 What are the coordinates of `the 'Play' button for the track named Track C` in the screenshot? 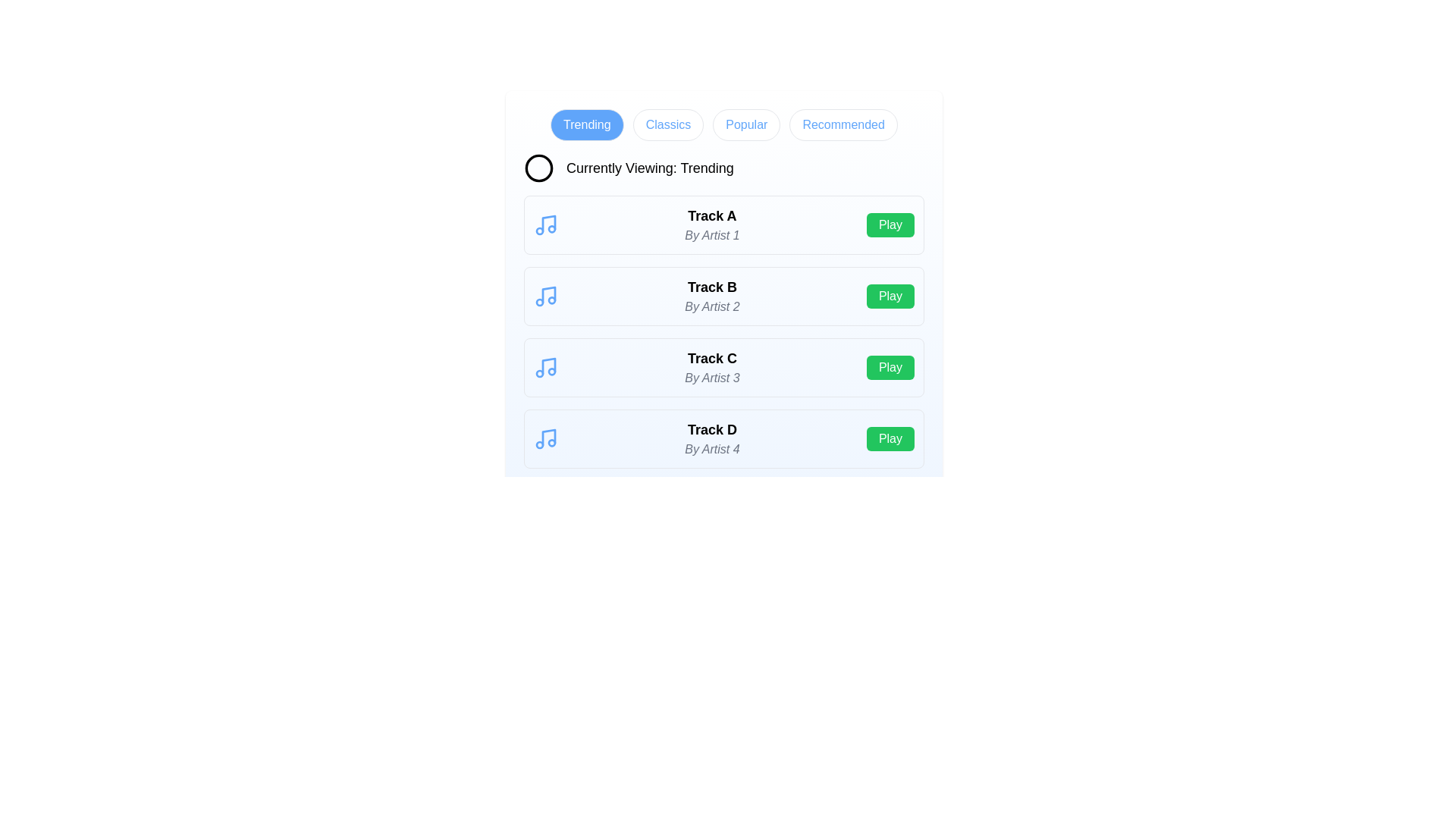 It's located at (890, 368).